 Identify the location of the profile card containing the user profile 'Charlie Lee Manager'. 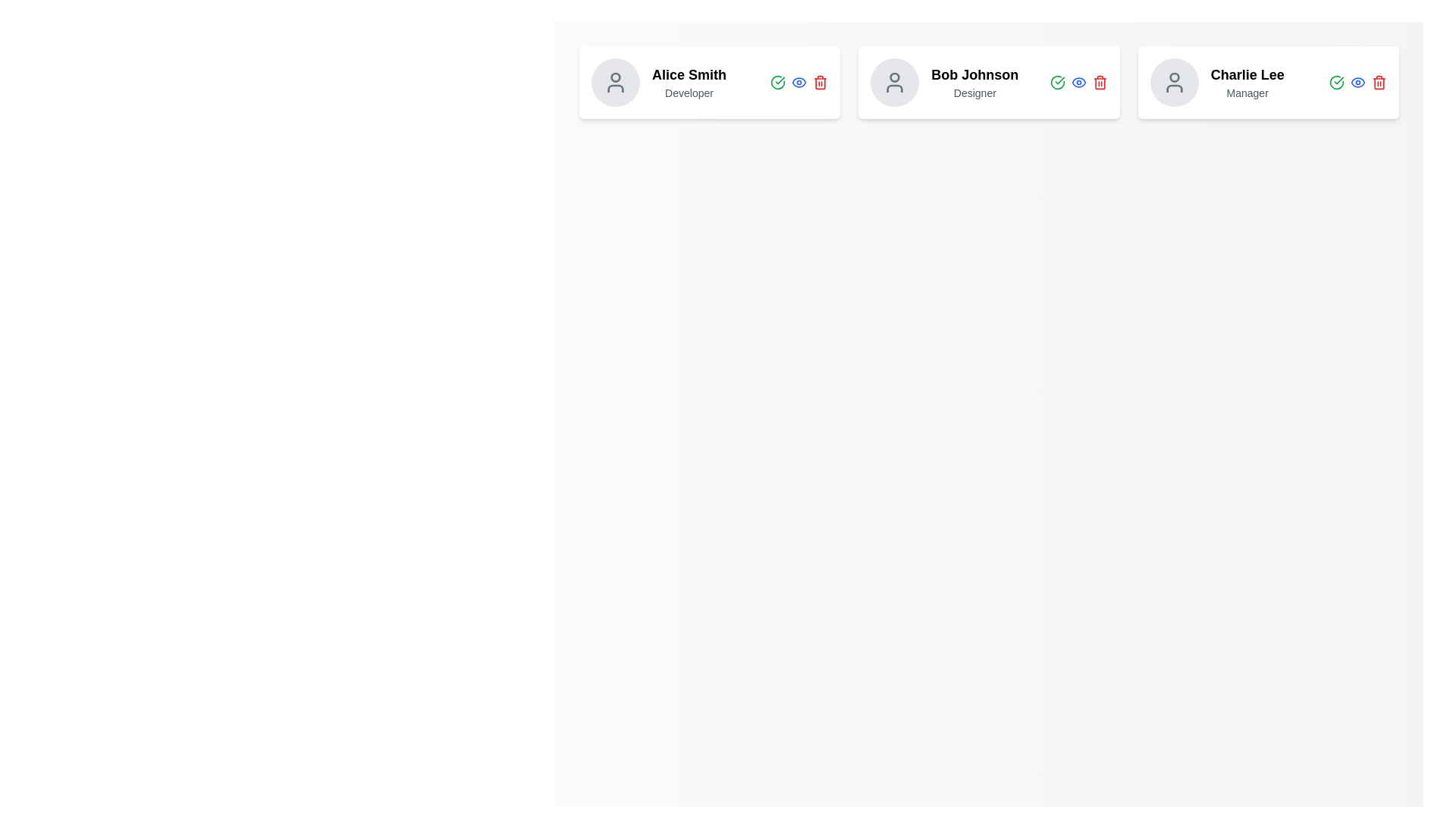
(1217, 82).